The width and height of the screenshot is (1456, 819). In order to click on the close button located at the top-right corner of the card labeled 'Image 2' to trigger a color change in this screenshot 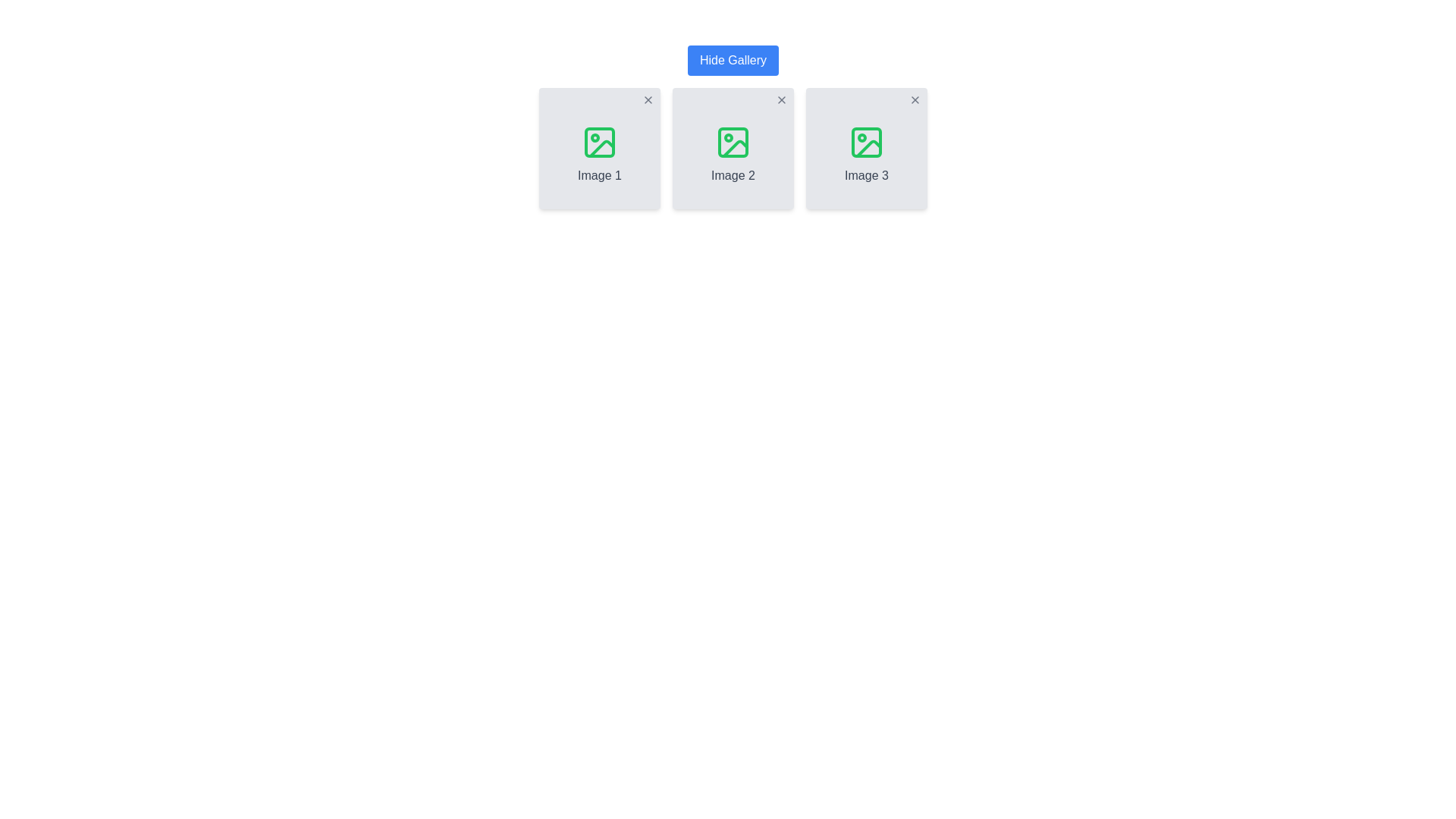, I will do `click(782, 99)`.